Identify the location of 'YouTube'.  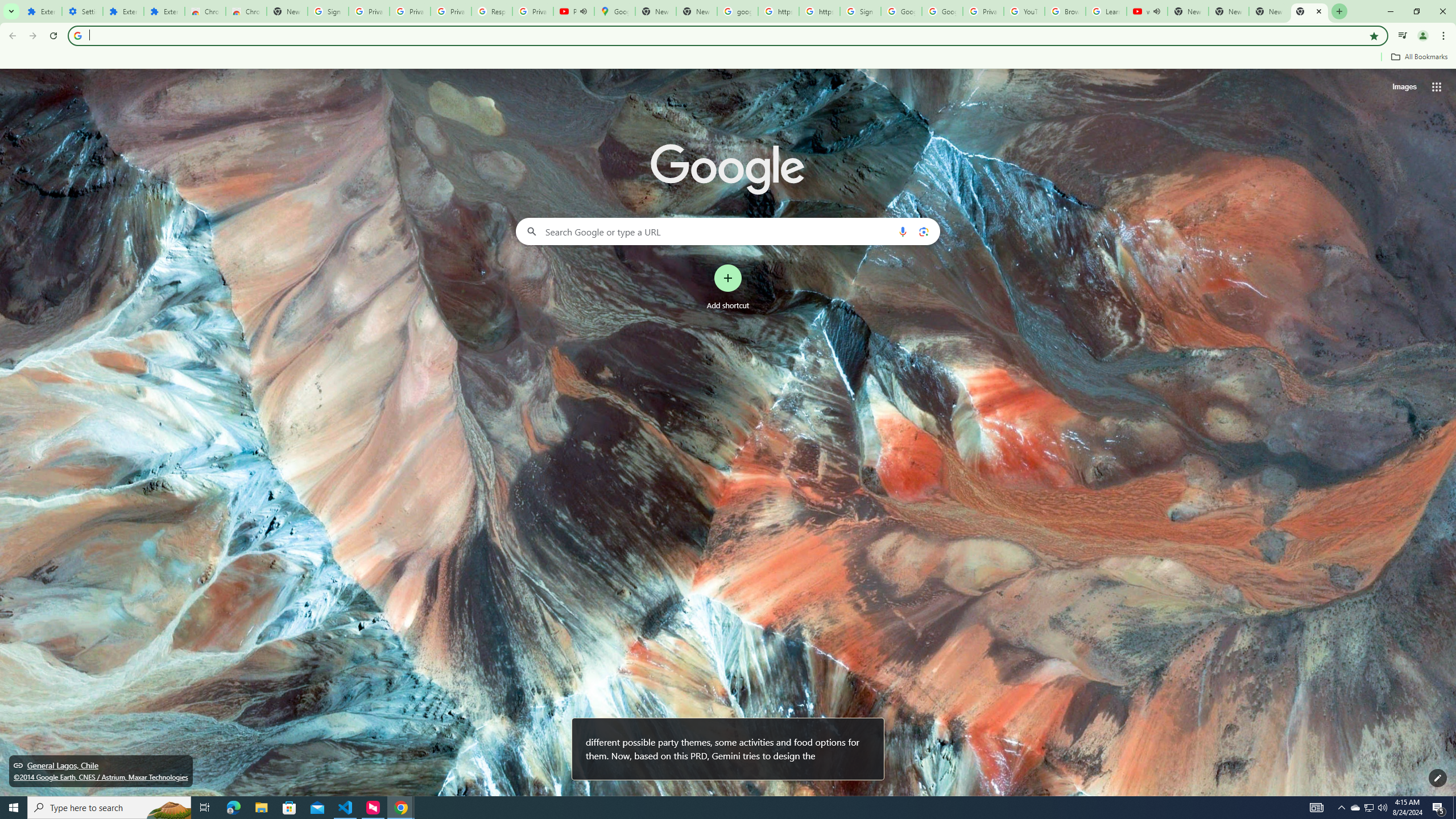
(1023, 11).